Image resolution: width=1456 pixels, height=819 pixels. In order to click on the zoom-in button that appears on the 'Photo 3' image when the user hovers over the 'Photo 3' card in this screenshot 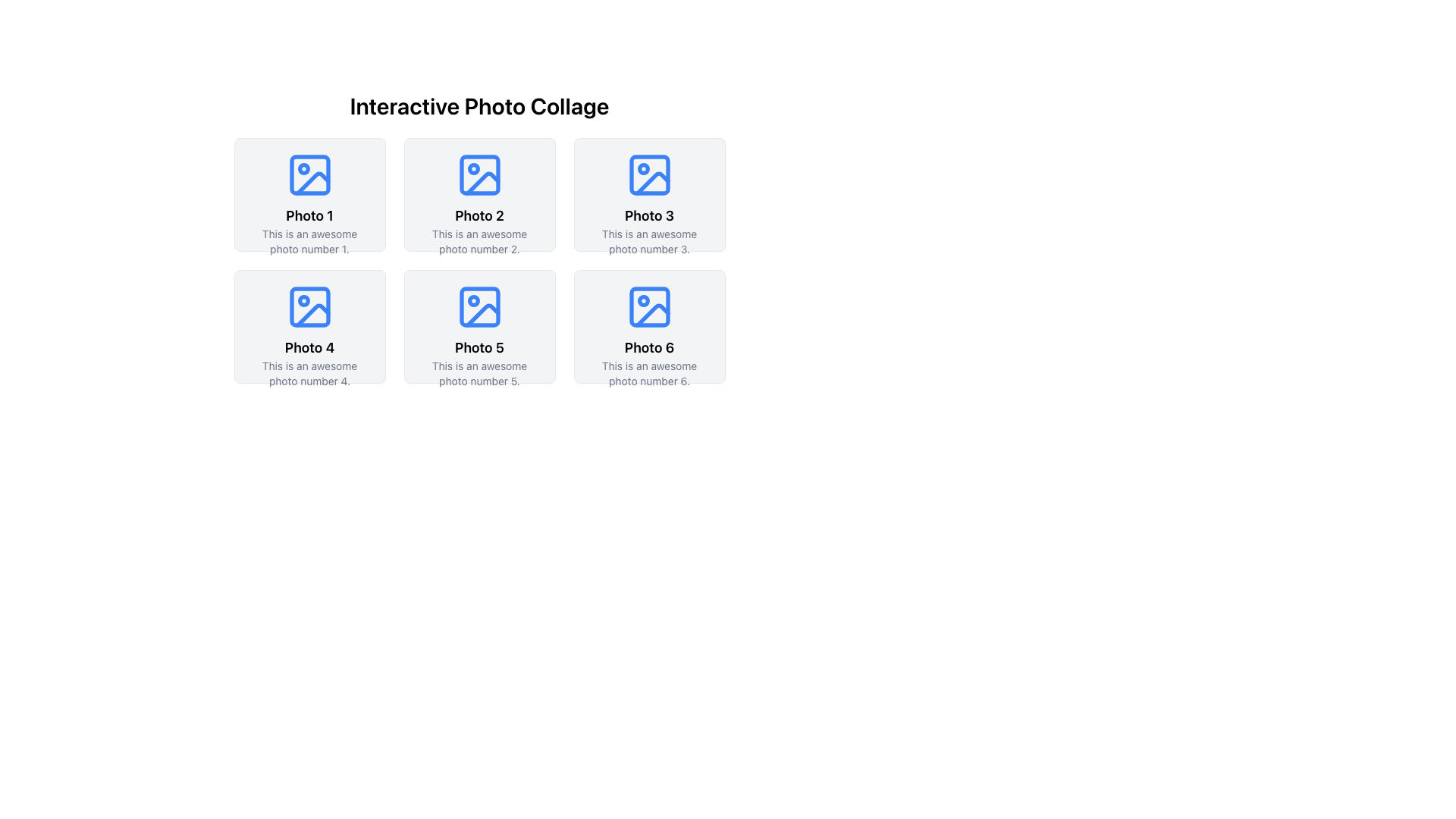, I will do `click(649, 194)`.